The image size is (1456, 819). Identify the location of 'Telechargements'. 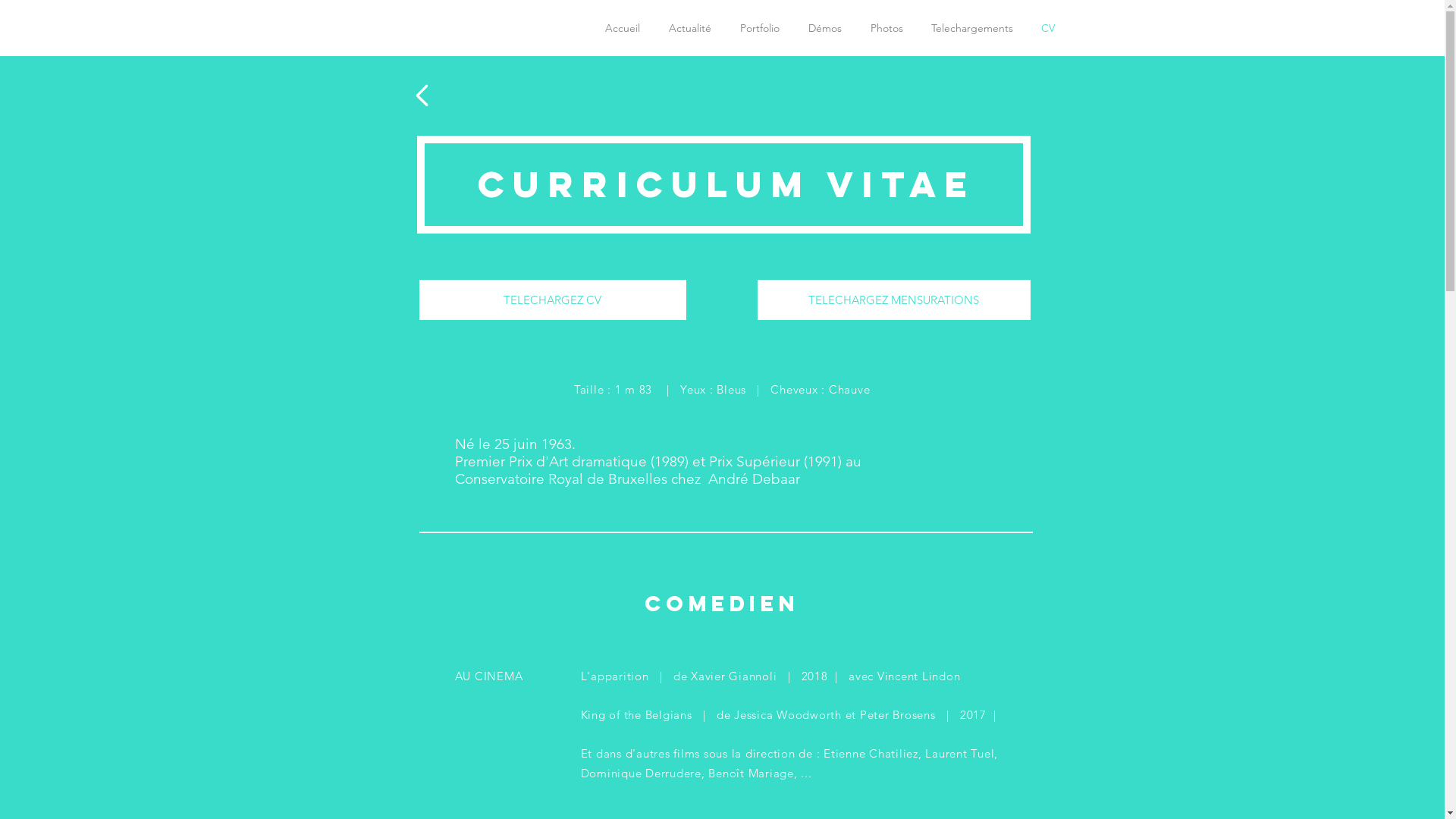
(916, 28).